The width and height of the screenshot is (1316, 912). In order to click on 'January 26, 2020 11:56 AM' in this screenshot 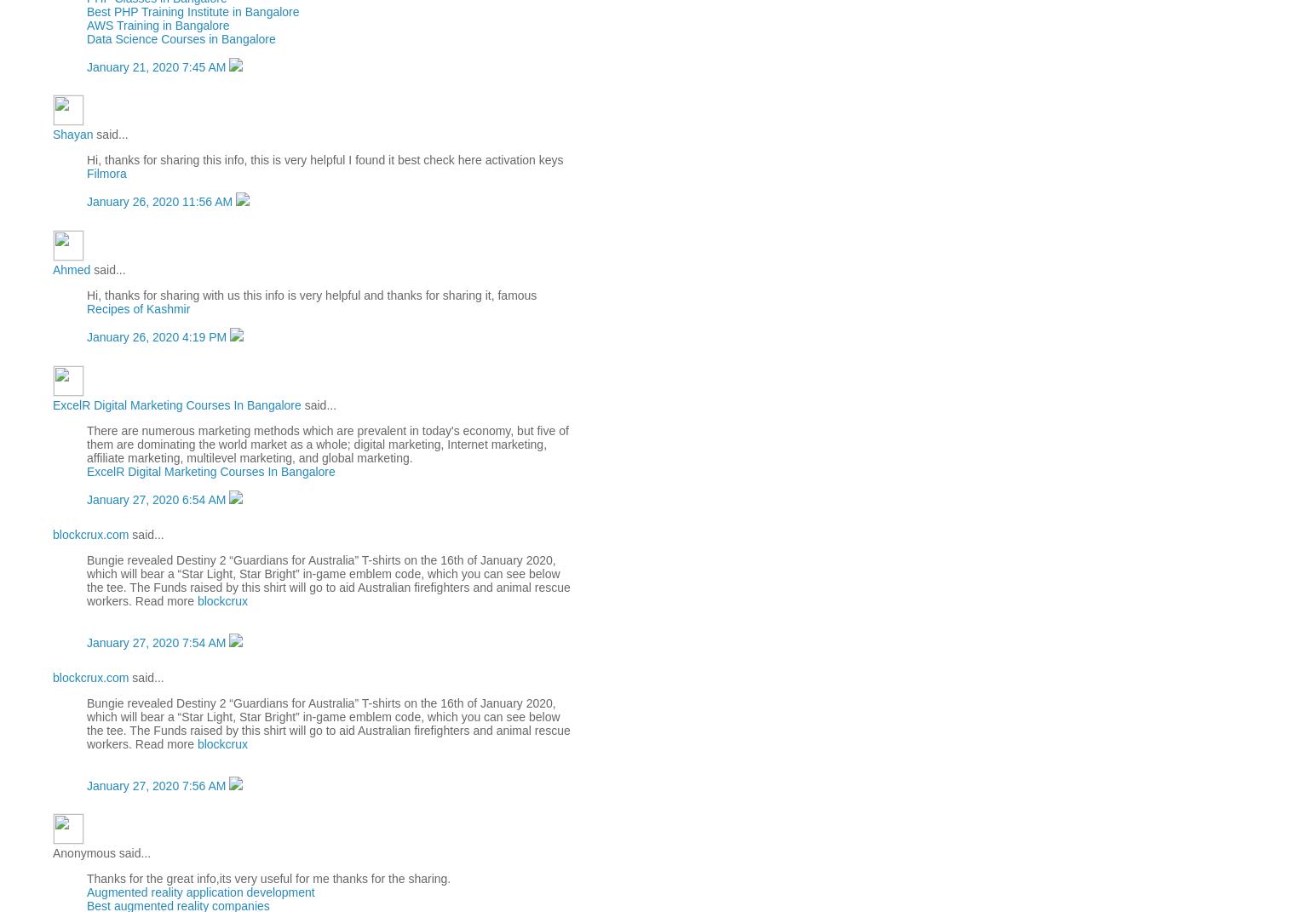, I will do `click(161, 202)`.